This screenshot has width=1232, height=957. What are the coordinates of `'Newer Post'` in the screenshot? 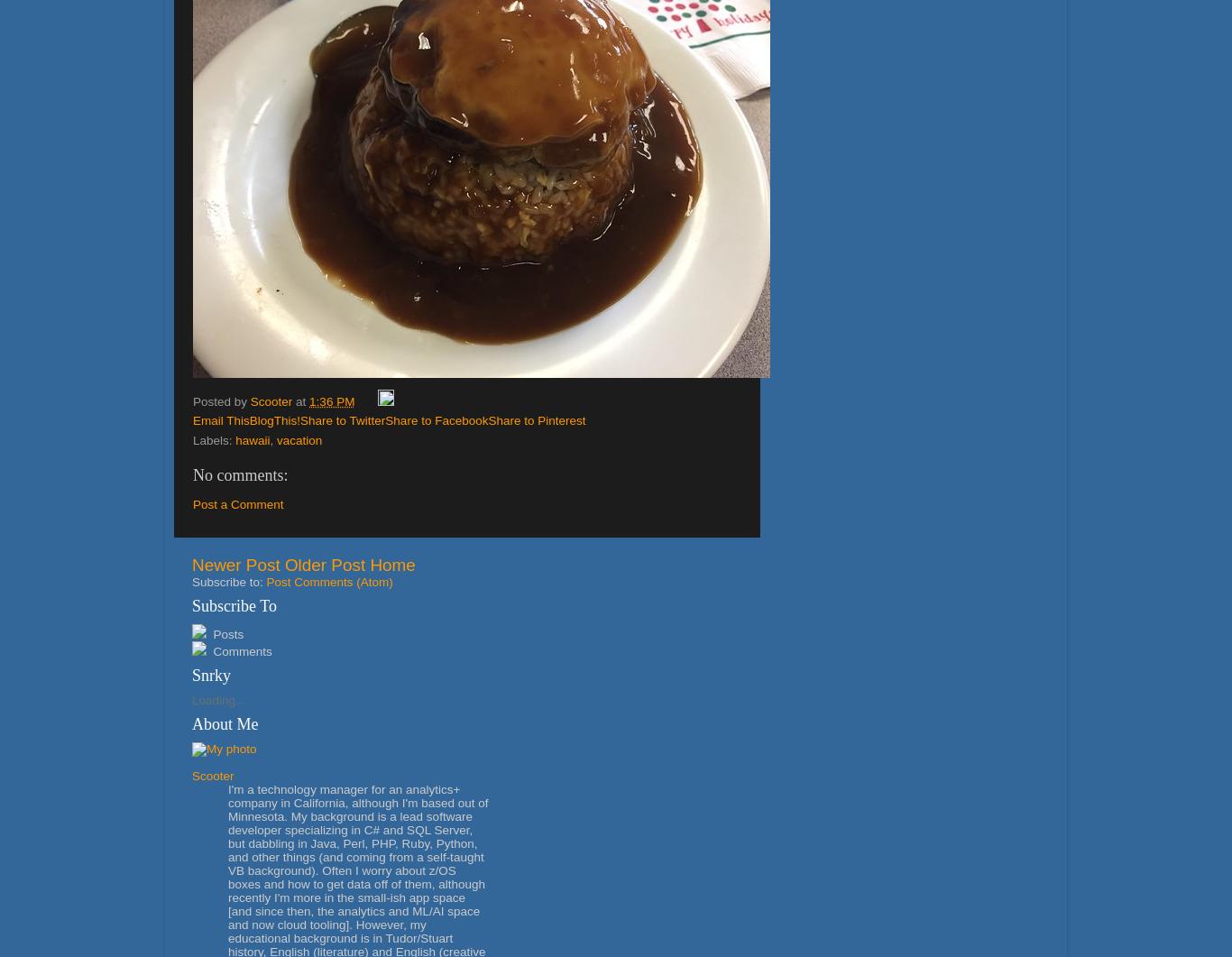 It's located at (190, 564).